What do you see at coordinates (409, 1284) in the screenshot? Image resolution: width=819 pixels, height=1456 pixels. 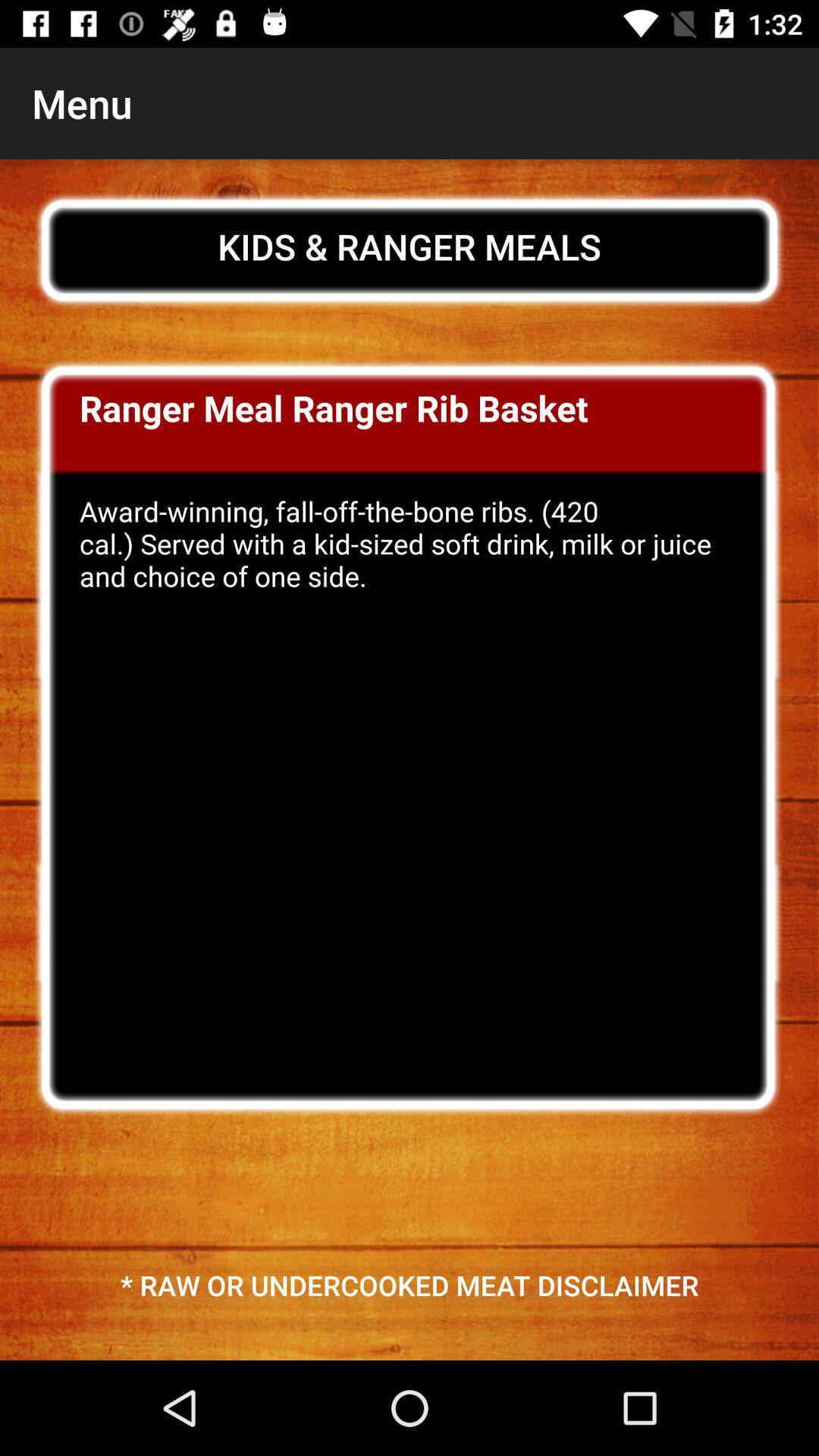 I see `the raw or undercooked item` at bounding box center [409, 1284].